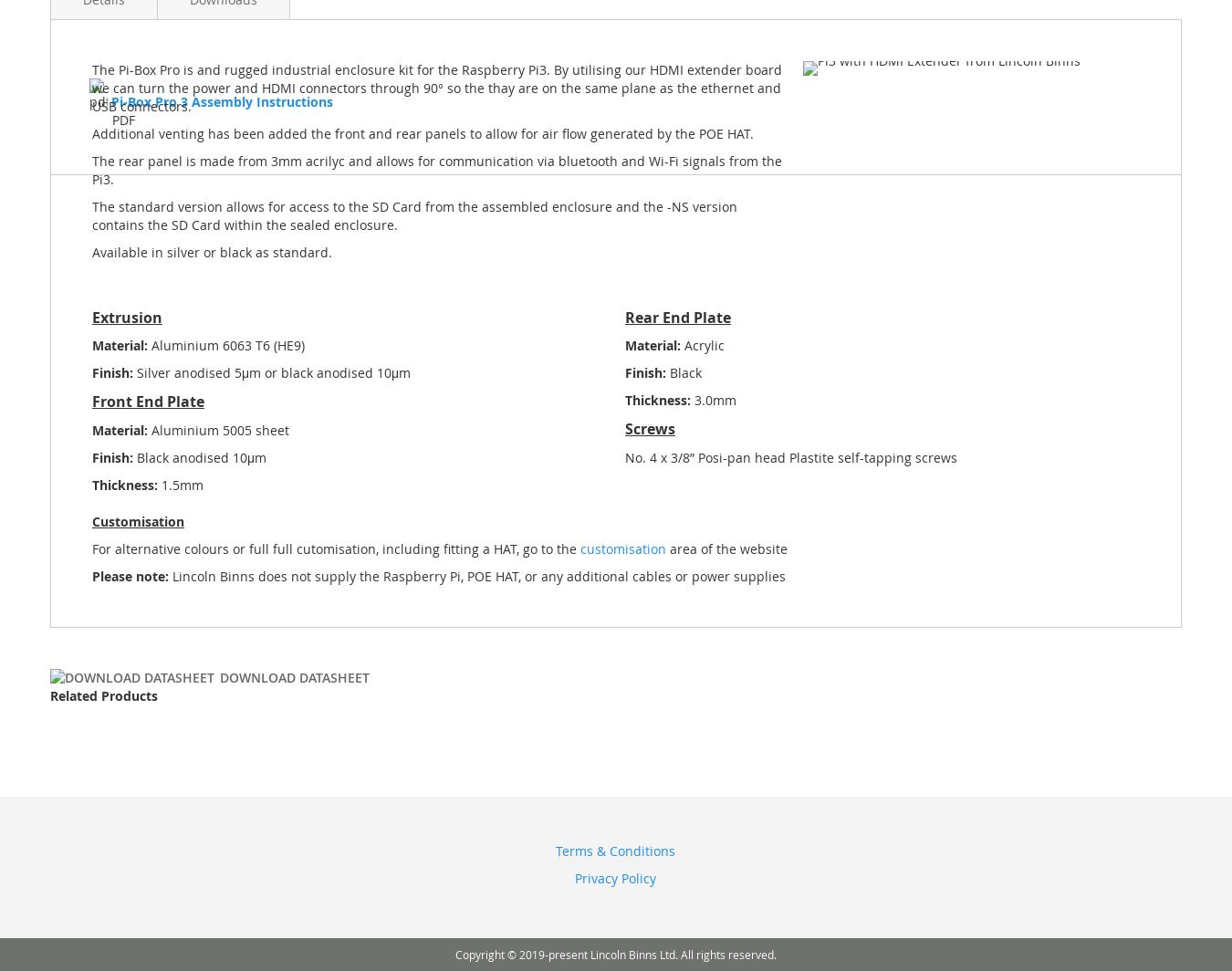 This screenshot has height=971, width=1232. What do you see at coordinates (790, 457) in the screenshot?
I see `'No. 4 x 3/8” Posi-pan head Plastite self-tapping screws'` at bounding box center [790, 457].